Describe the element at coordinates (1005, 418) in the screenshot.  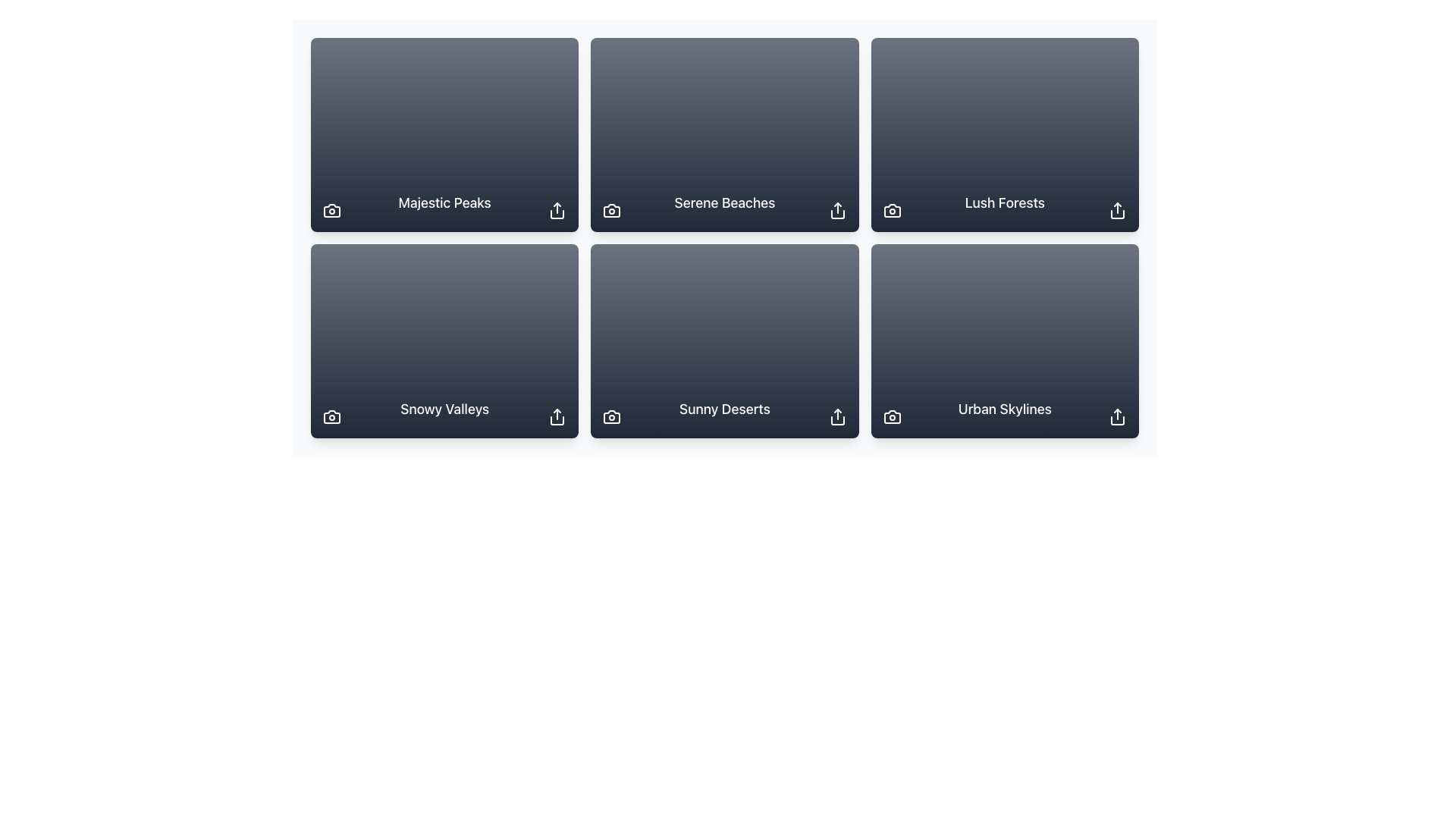
I see `the static text element displaying 'Urban Skylines', which is styled in white font color and positioned in the bottom row, third column of a six-item grid layout` at that location.